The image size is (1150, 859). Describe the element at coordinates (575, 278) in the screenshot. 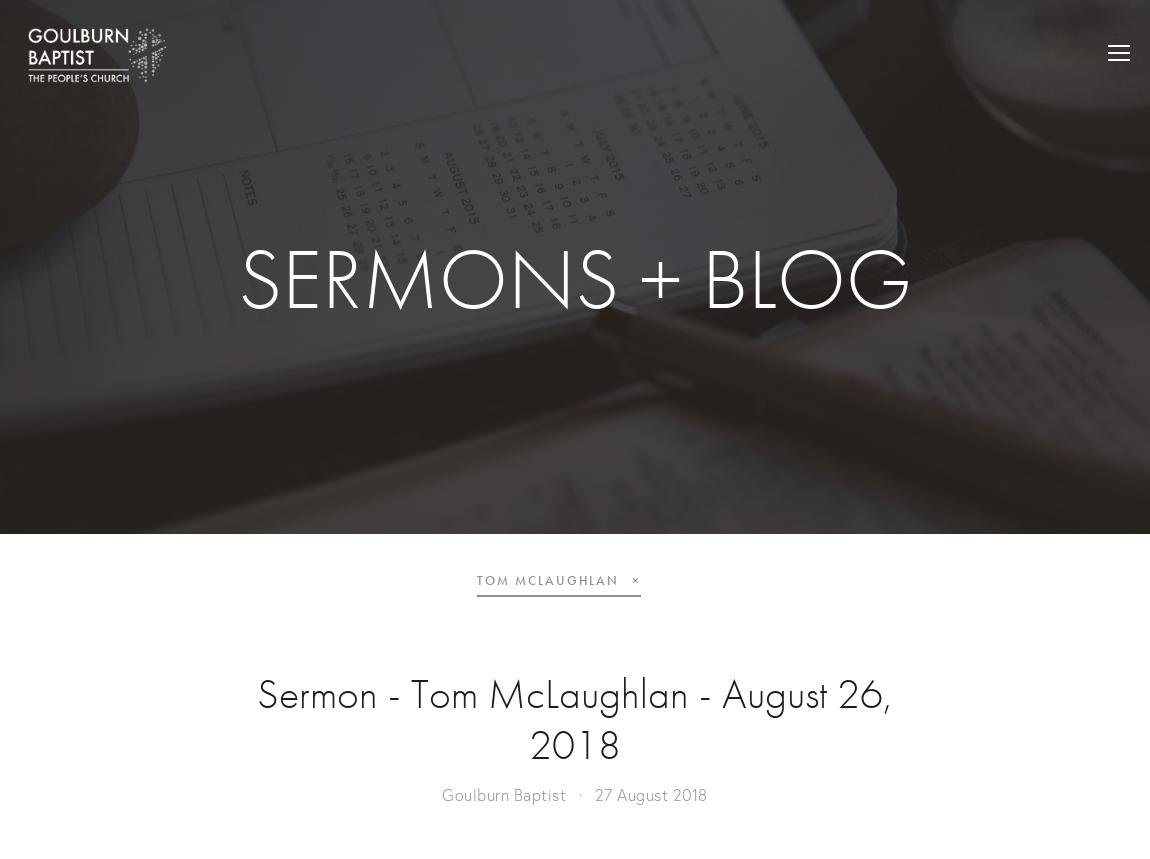

I see `'SERMONS + BLOG'` at that location.